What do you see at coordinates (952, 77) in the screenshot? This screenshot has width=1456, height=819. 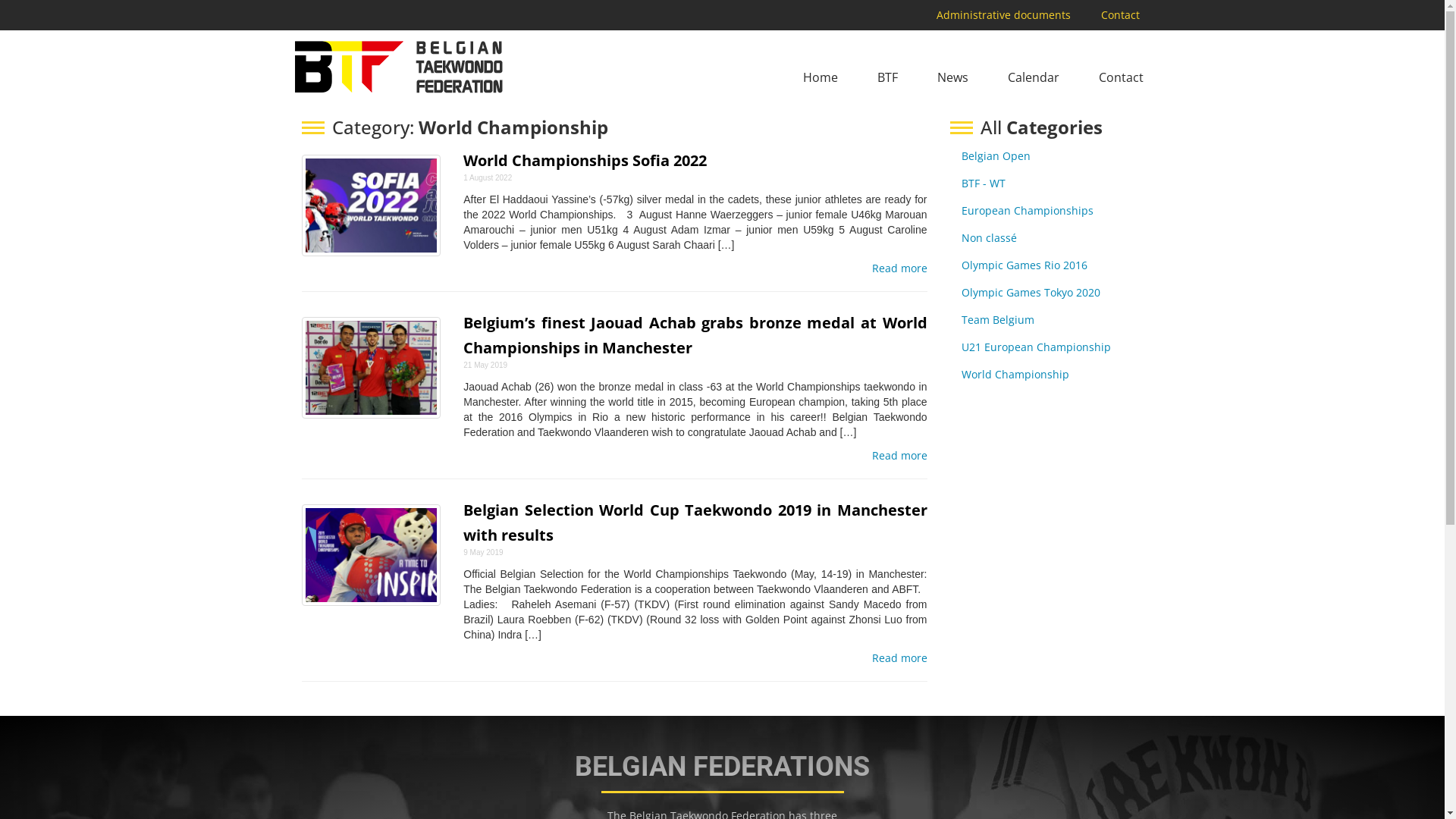 I see `'News'` at bounding box center [952, 77].